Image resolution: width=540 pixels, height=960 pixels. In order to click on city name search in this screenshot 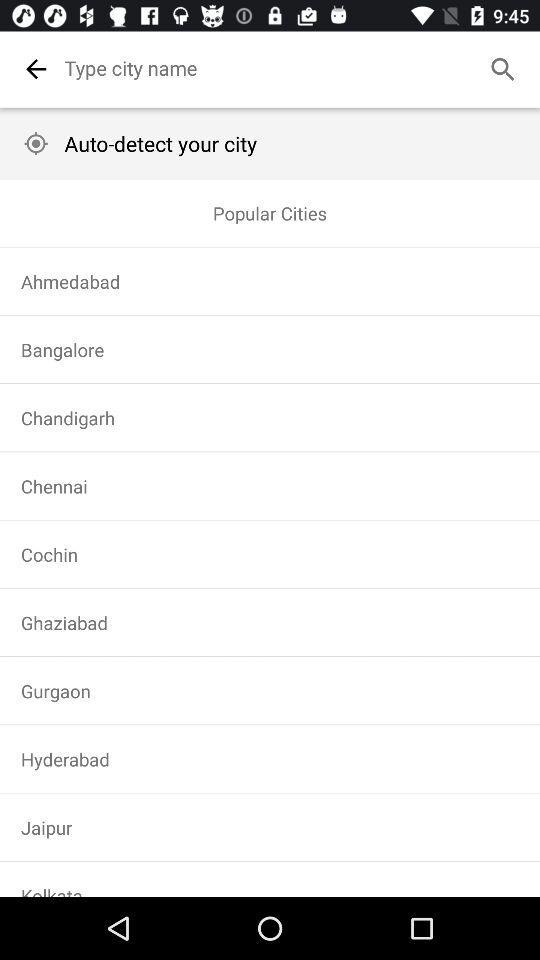, I will do `click(294, 68)`.